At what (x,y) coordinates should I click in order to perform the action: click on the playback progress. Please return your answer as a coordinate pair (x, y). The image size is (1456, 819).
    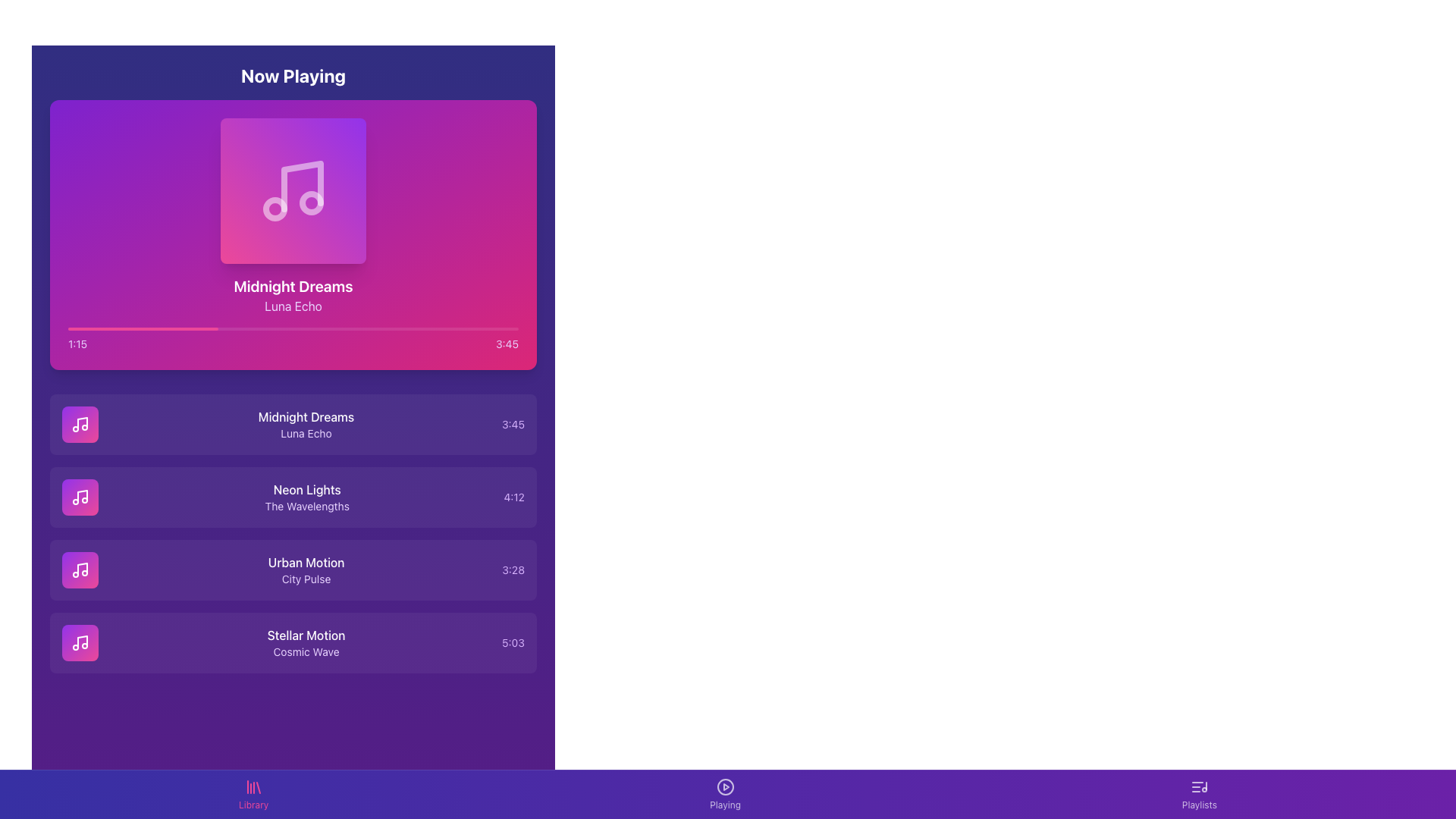
    Looking at the image, I should click on (400, 328).